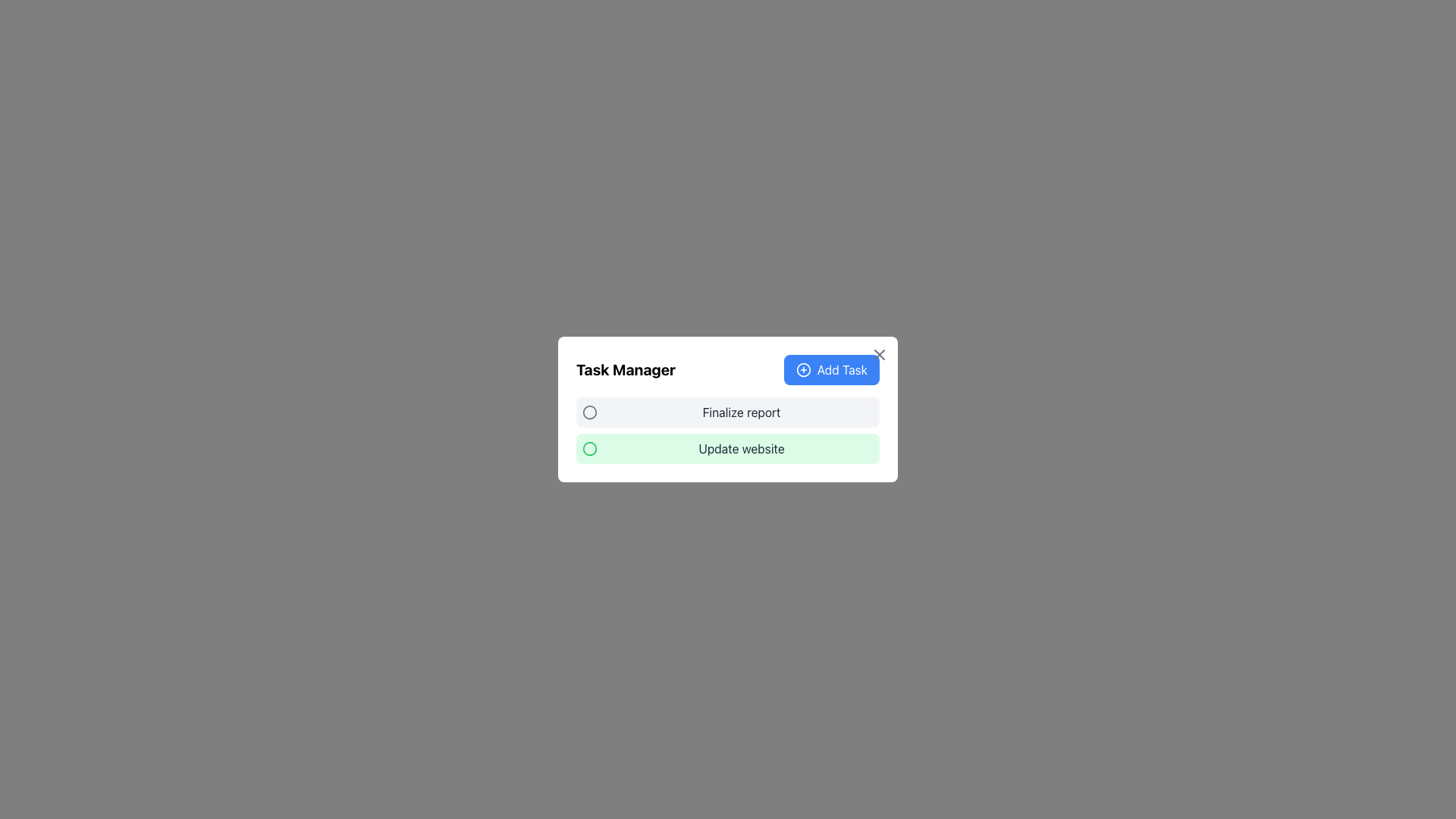 The height and width of the screenshot is (819, 1456). Describe the element at coordinates (626, 370) in the screenshot. I see `text label displaying 'Task Manager', which is a prominent header in bold and large font located on the interface` at that location.